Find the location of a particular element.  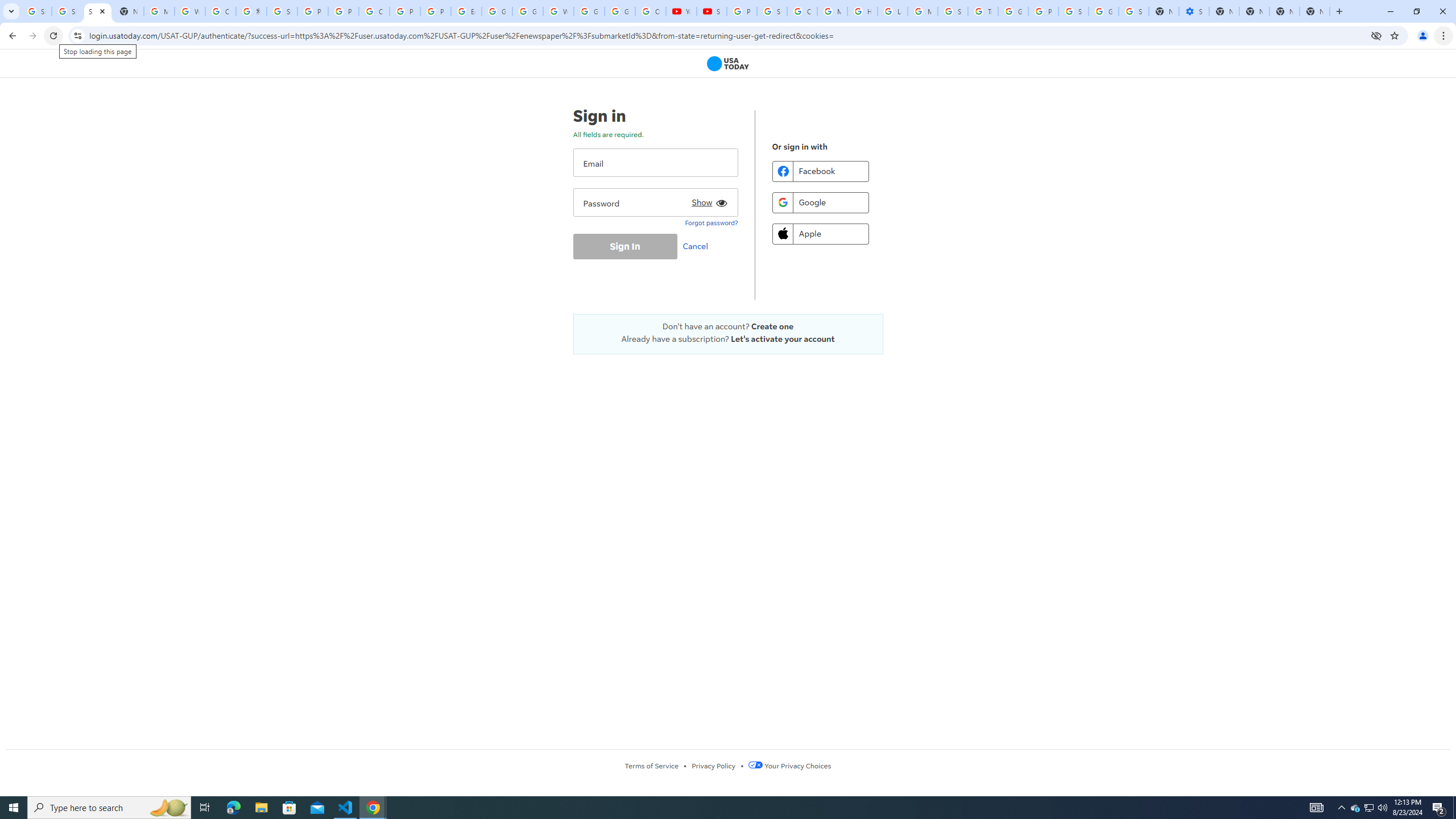

'Cancel' is located at coordinates (698, 246).